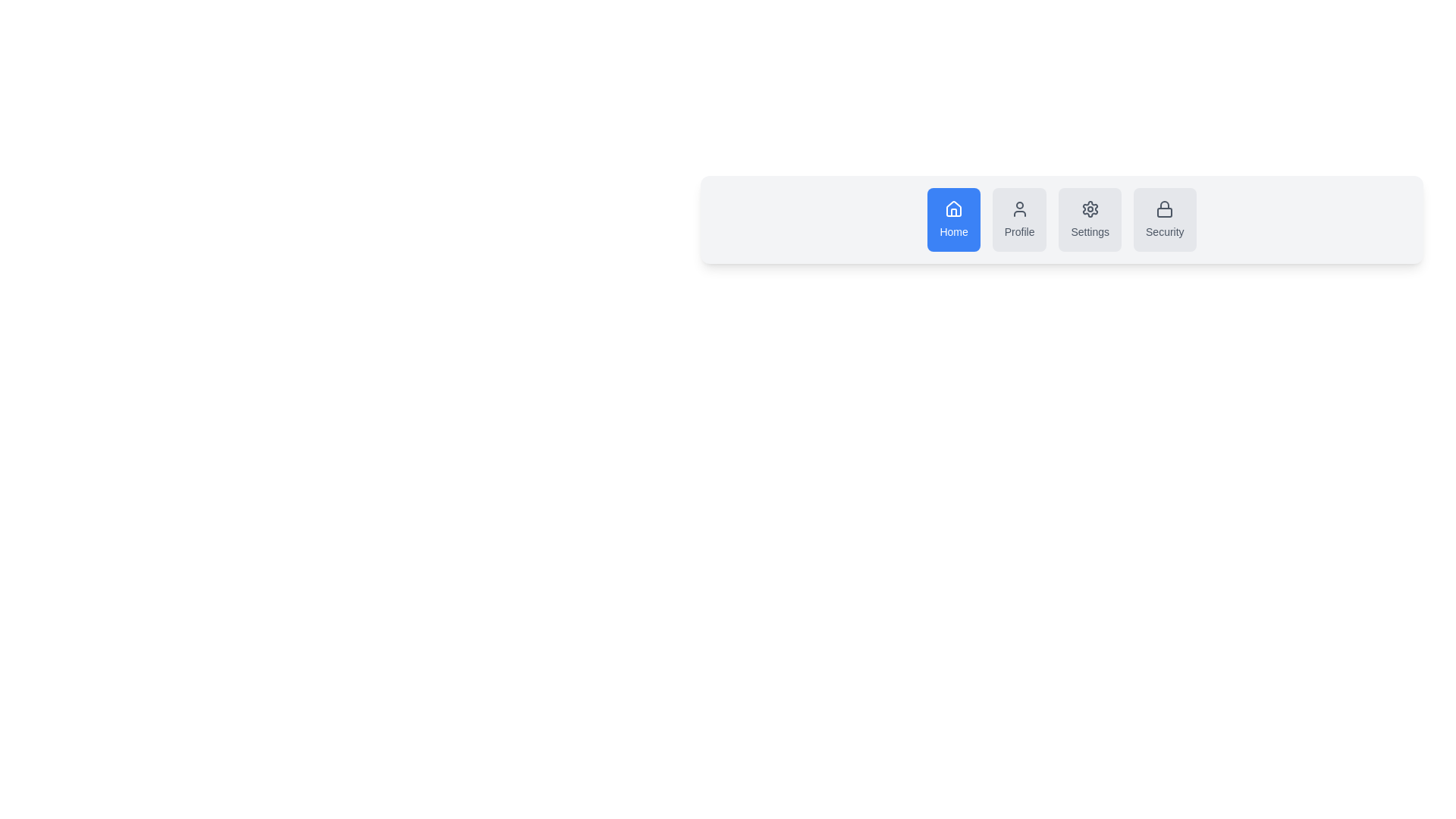  Describe the element at coordinates (1019, 219) in the screenshot. I see `the Profile button` at that location.